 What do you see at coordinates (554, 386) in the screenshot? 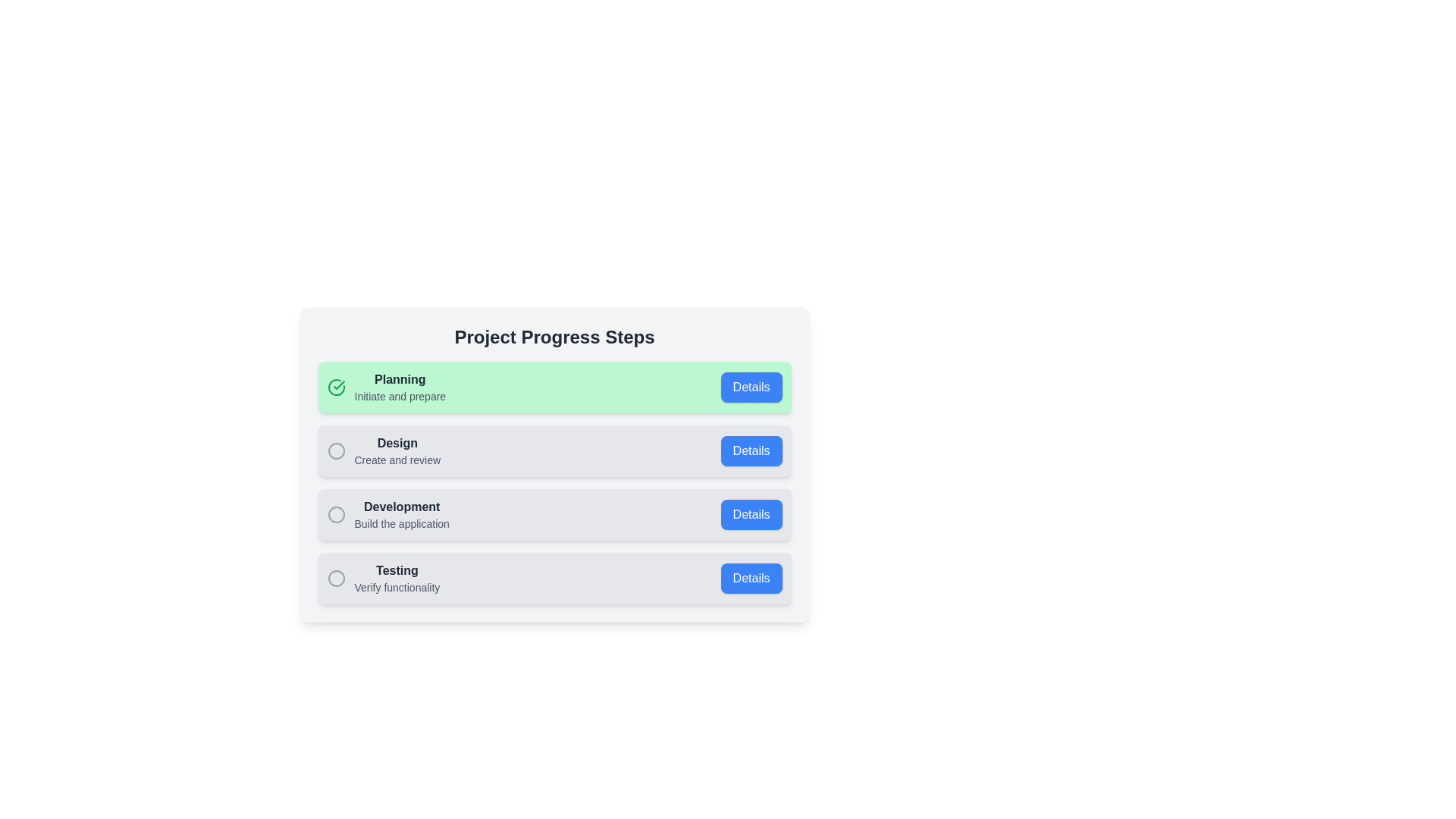
I see `the step corresponding to Planning` at bounding box center [554, 386].